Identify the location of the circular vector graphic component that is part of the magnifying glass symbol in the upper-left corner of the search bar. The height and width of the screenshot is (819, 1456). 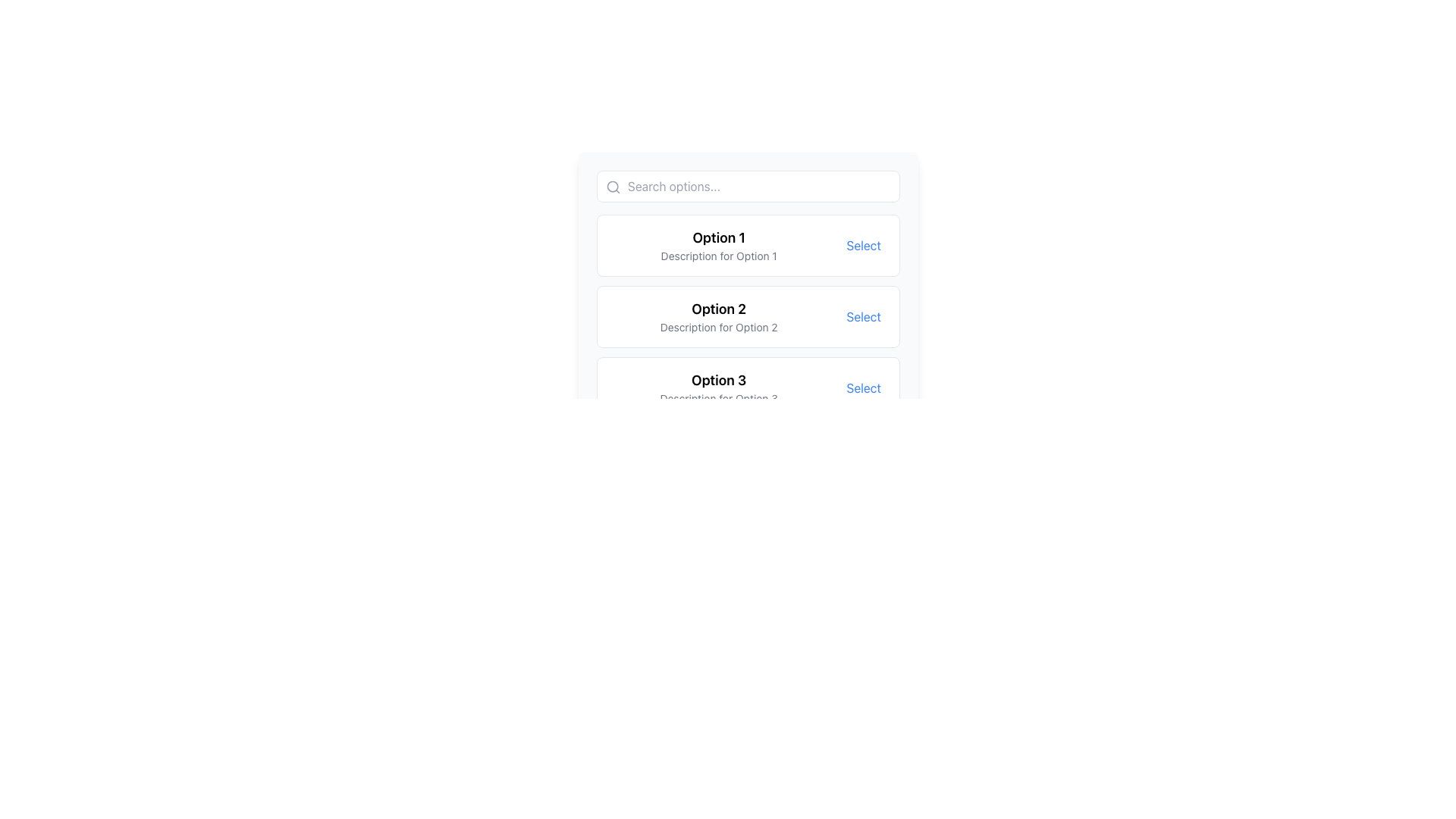
(613, 186).